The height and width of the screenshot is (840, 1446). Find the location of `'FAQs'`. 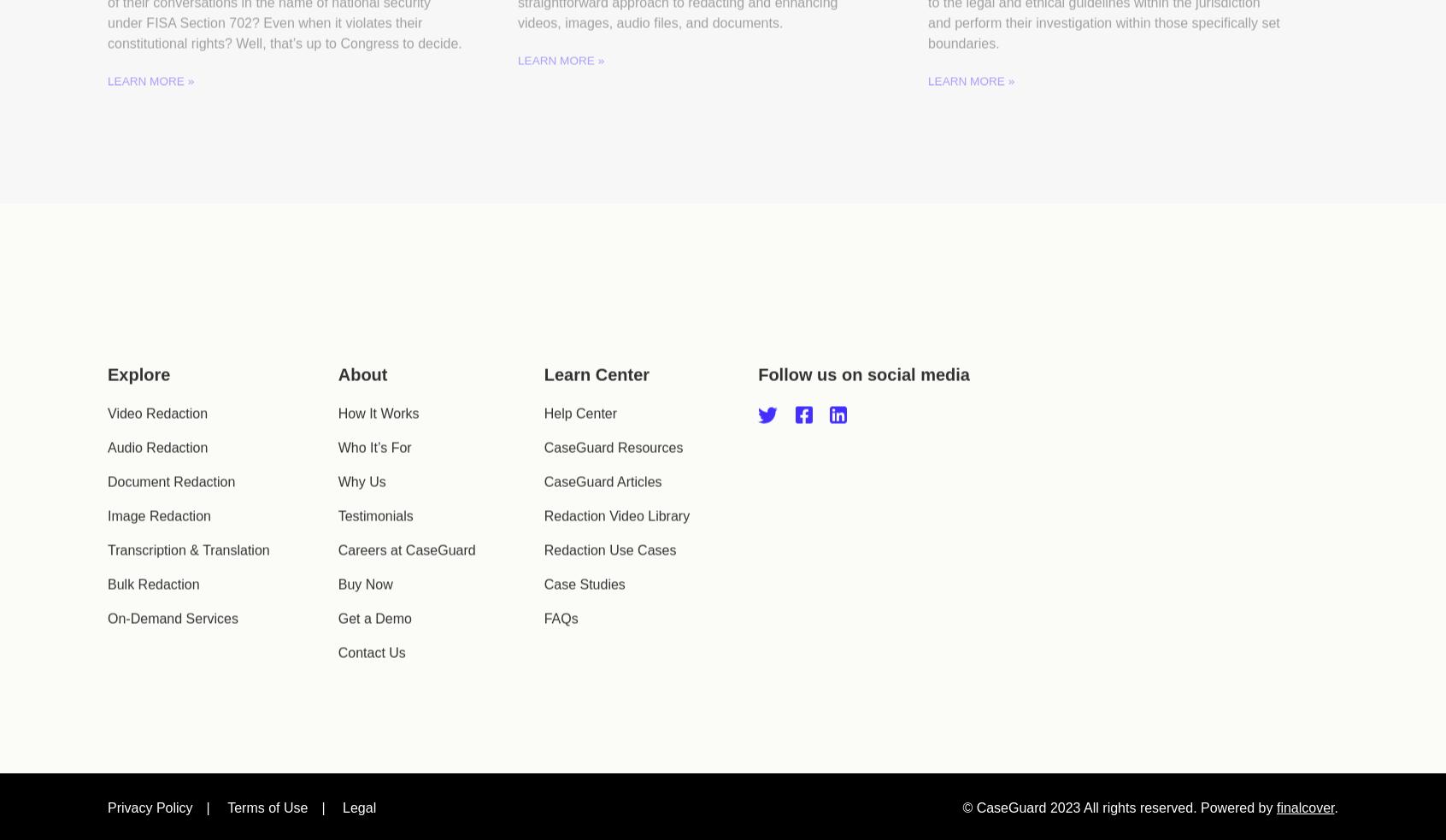

'FAQs' is located at coordinates (560, 641).